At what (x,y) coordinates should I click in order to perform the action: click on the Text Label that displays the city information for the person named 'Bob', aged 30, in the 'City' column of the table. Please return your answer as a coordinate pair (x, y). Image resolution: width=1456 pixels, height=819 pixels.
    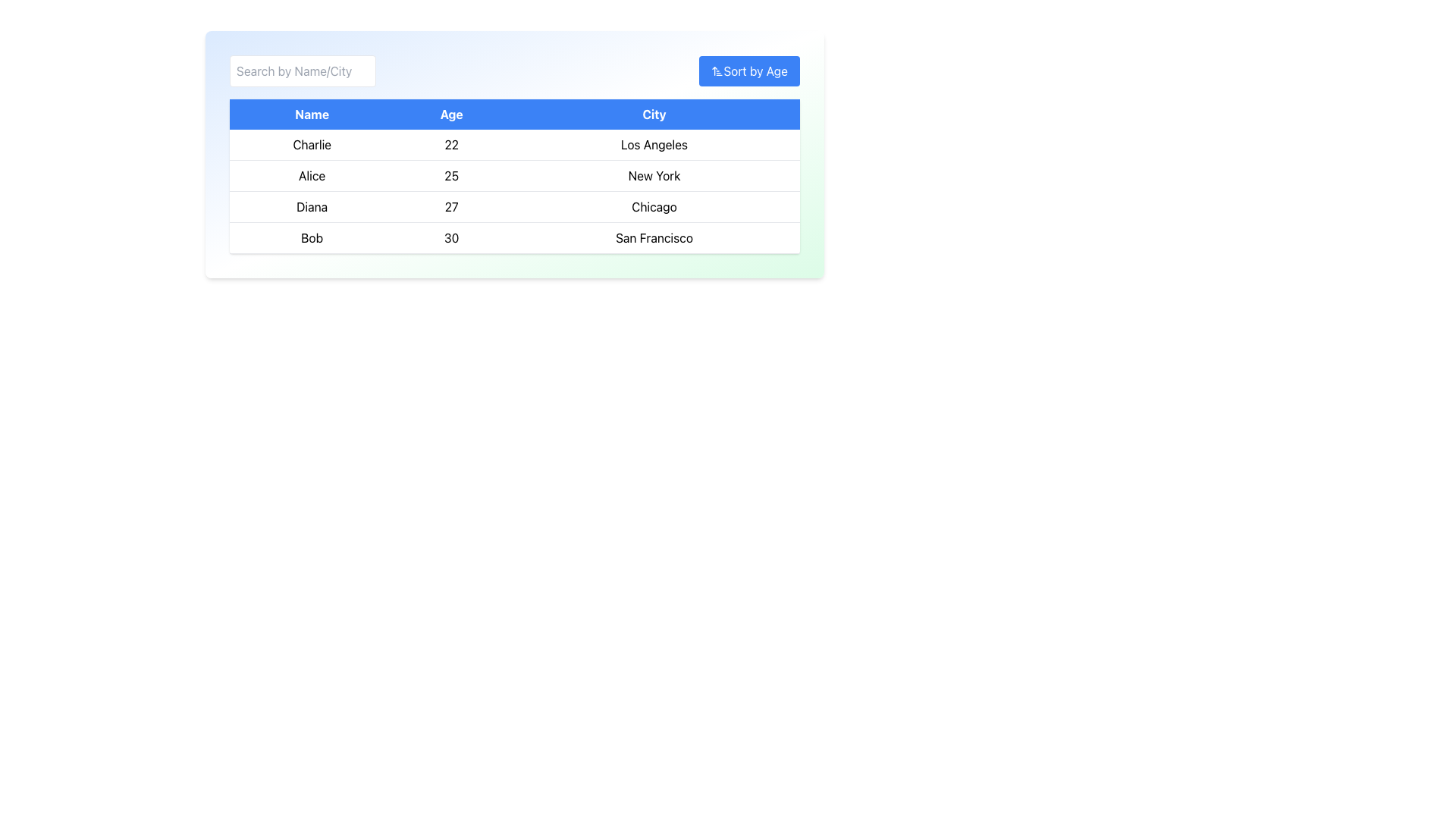
    Looking at the image, I should click on (654, 237).